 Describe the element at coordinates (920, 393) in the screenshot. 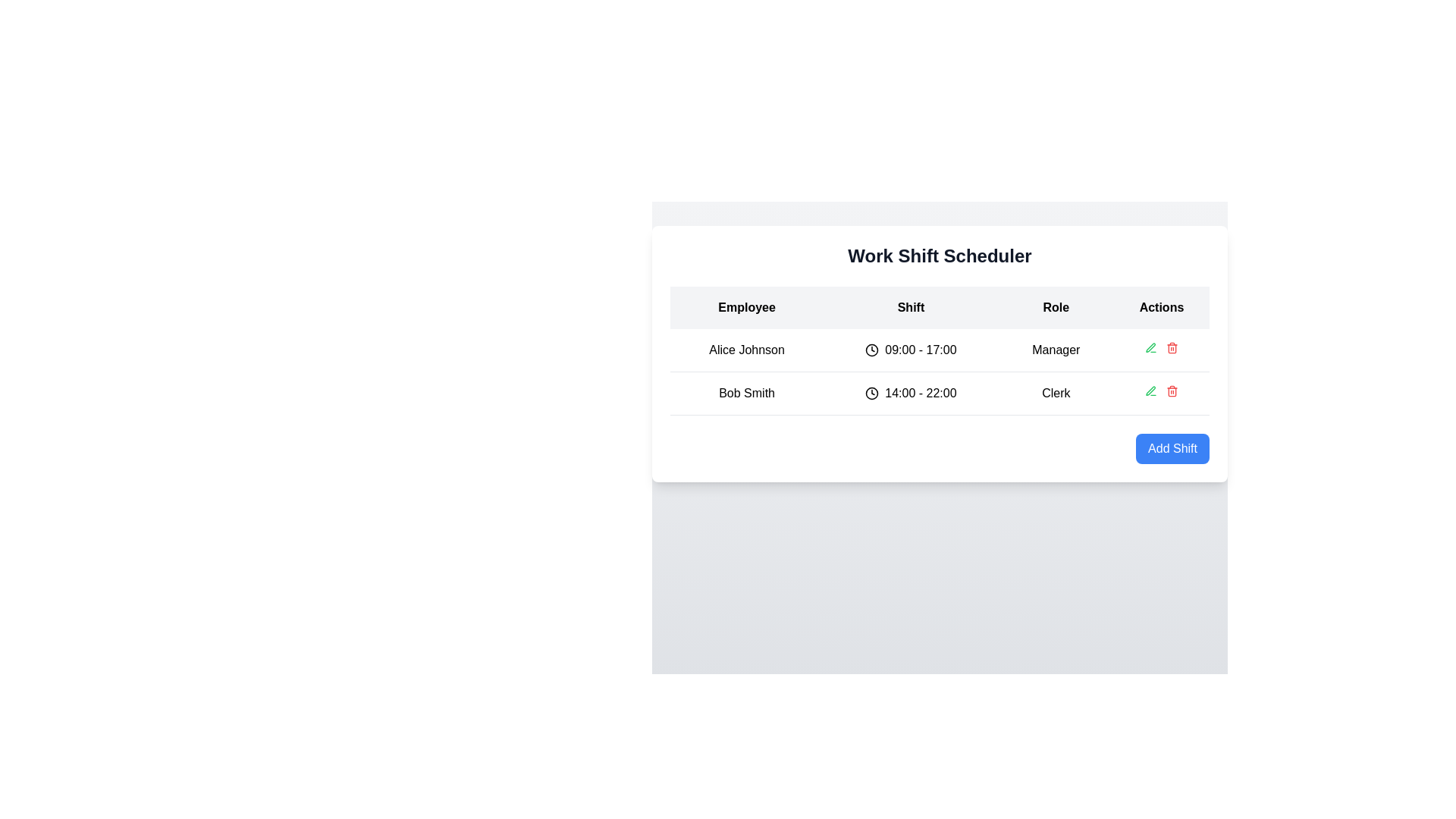

I see `text content of the time range display for employee 'Bob Smith' in the second row of the table under the 'Shift' column` at that location.